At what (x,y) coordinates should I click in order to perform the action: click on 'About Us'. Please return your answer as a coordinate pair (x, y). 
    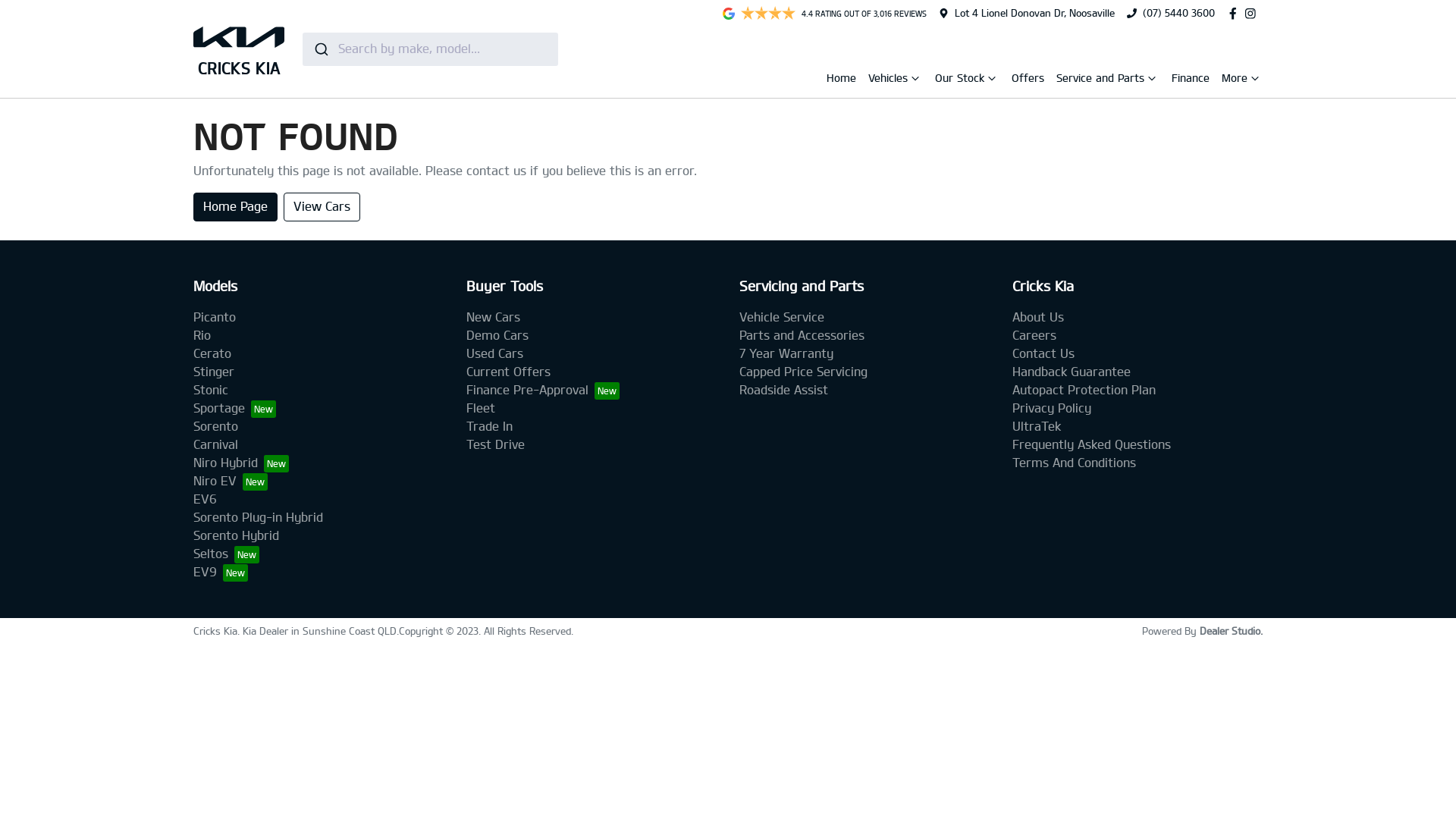
    Looking at the image, I should click on (1037, 316).